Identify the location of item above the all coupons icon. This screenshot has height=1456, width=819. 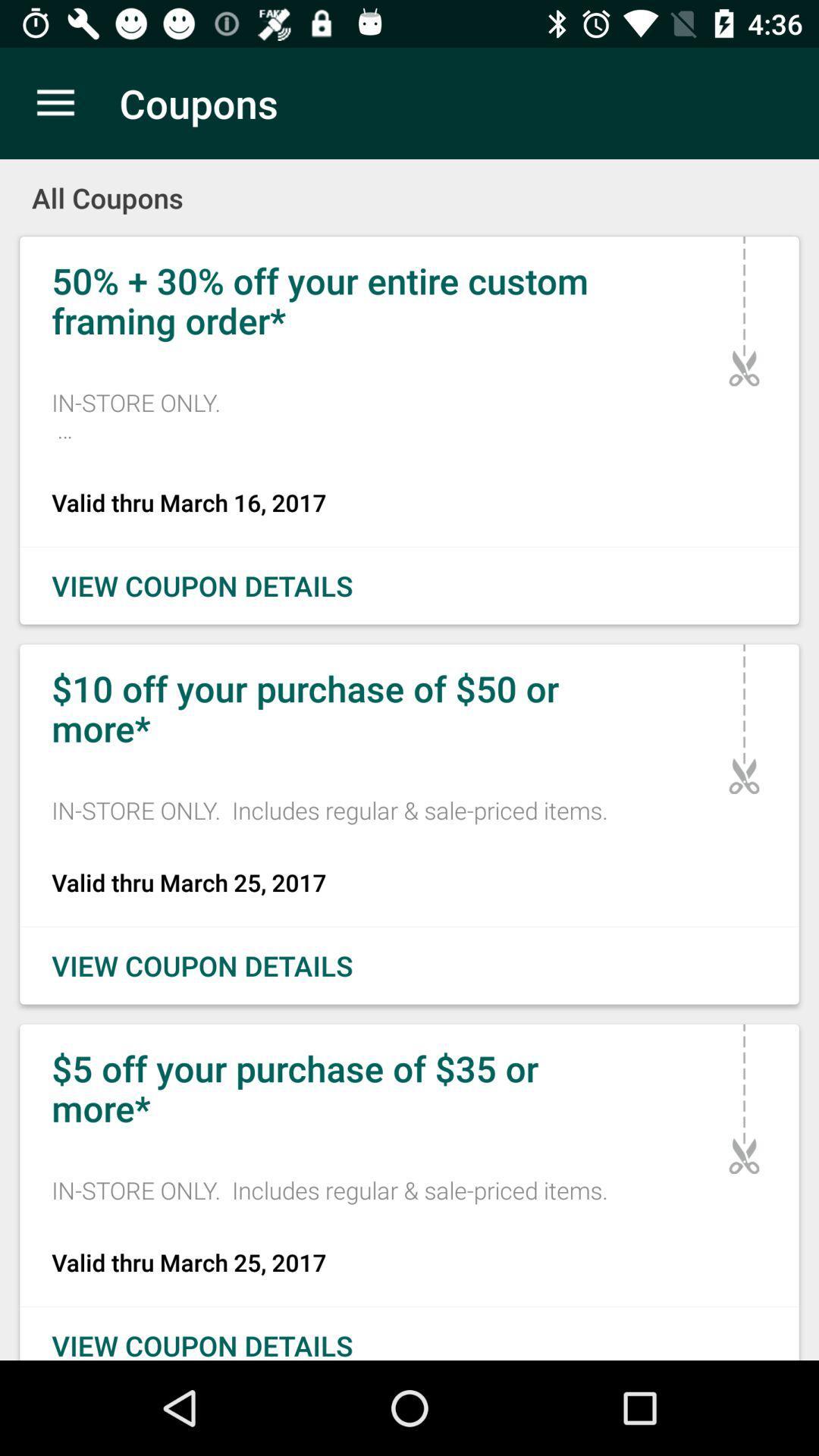
(55, 102).